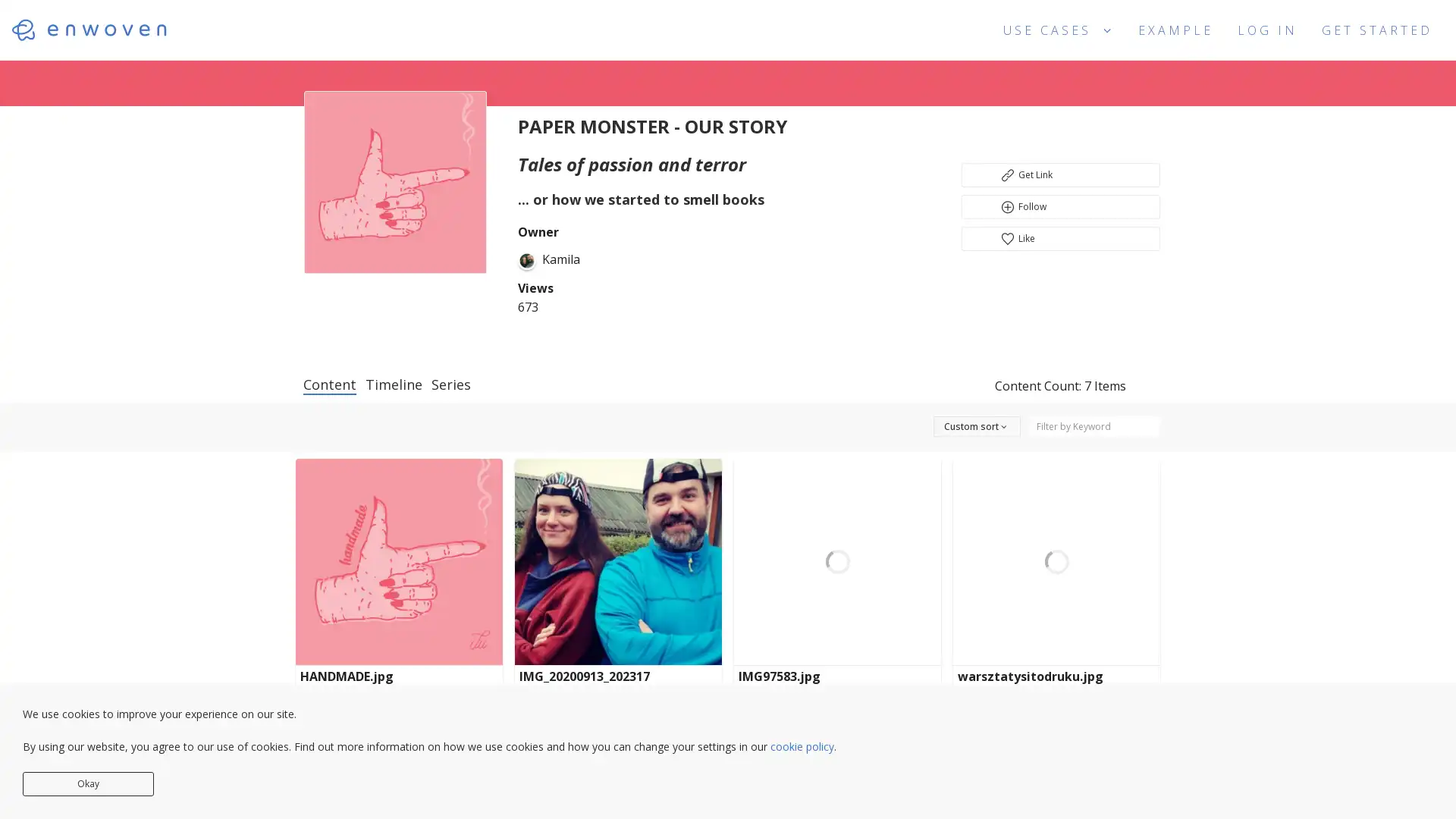 The height and width of the screenshot is (819, 1456). What do you see at coordinates (87, 783) in the screenshot?
I see `Okay` at bounding box center [87, 783].